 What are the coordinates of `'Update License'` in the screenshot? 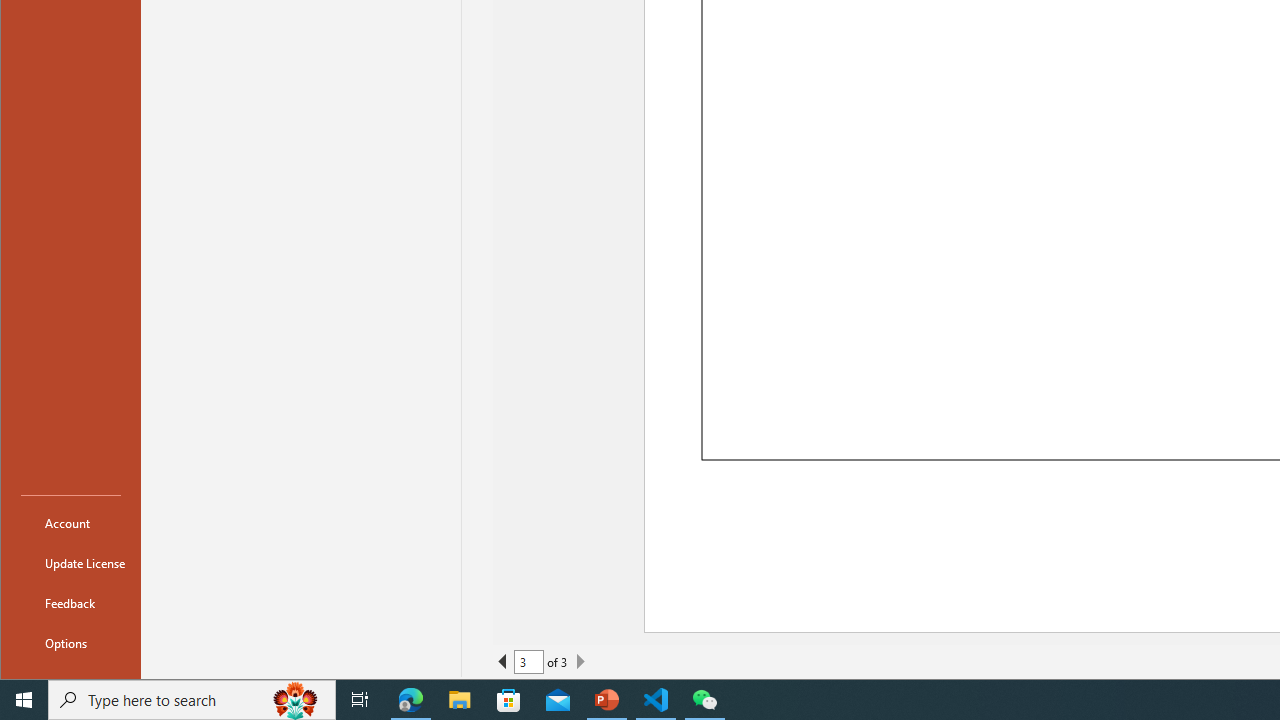 It's located at (71, 563).